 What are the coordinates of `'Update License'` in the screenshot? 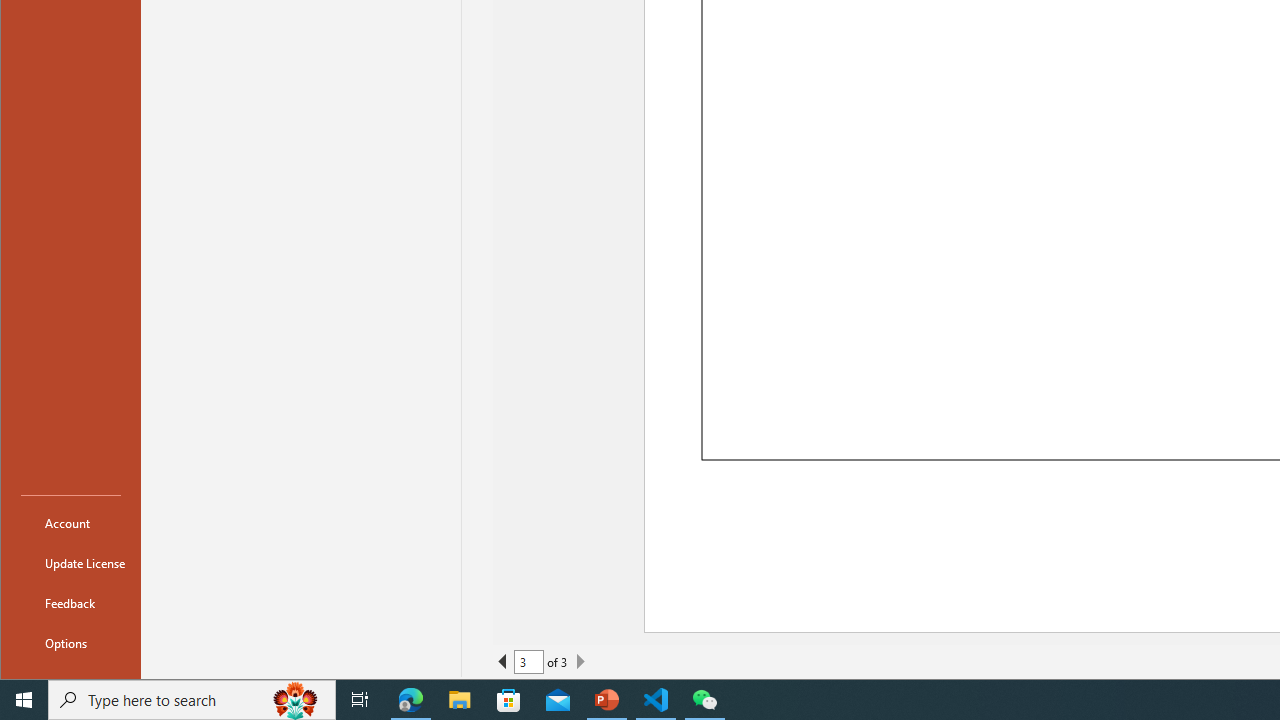 It's located at (71, 563).